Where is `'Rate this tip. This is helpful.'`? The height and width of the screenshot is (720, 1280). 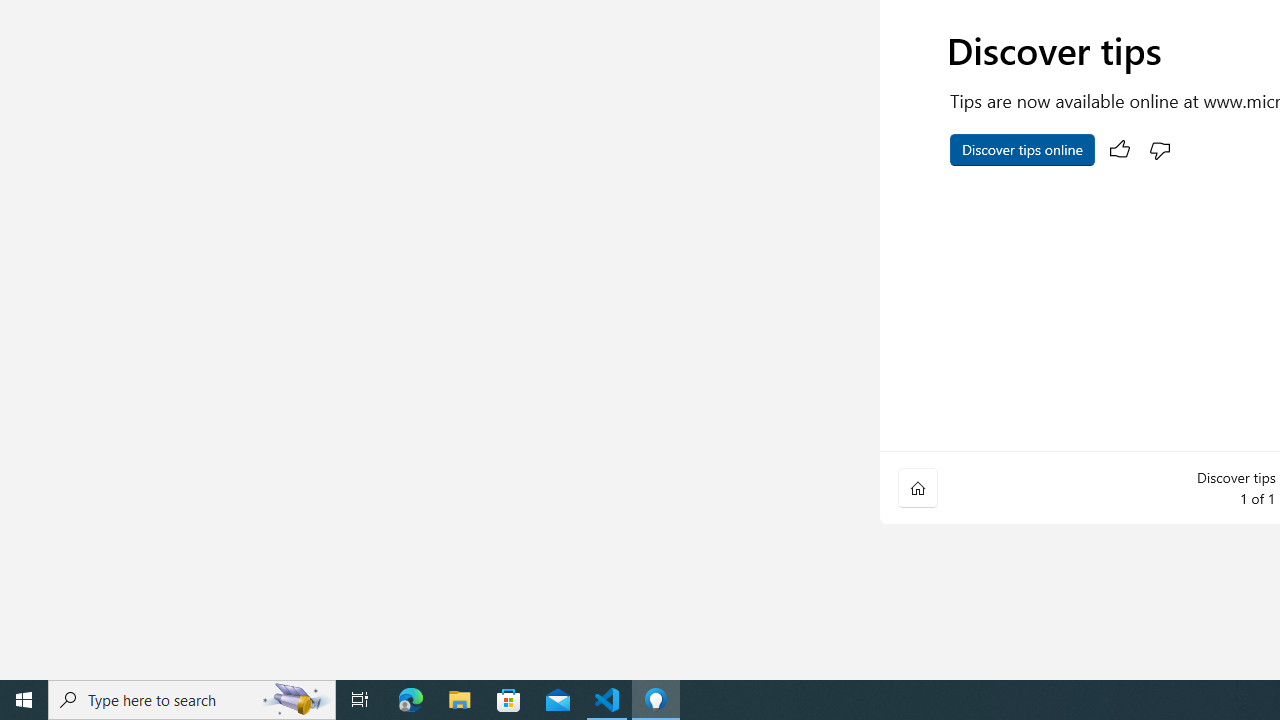 'Rate this tip. This is helpful.' is located at coordinates (1120, 149).